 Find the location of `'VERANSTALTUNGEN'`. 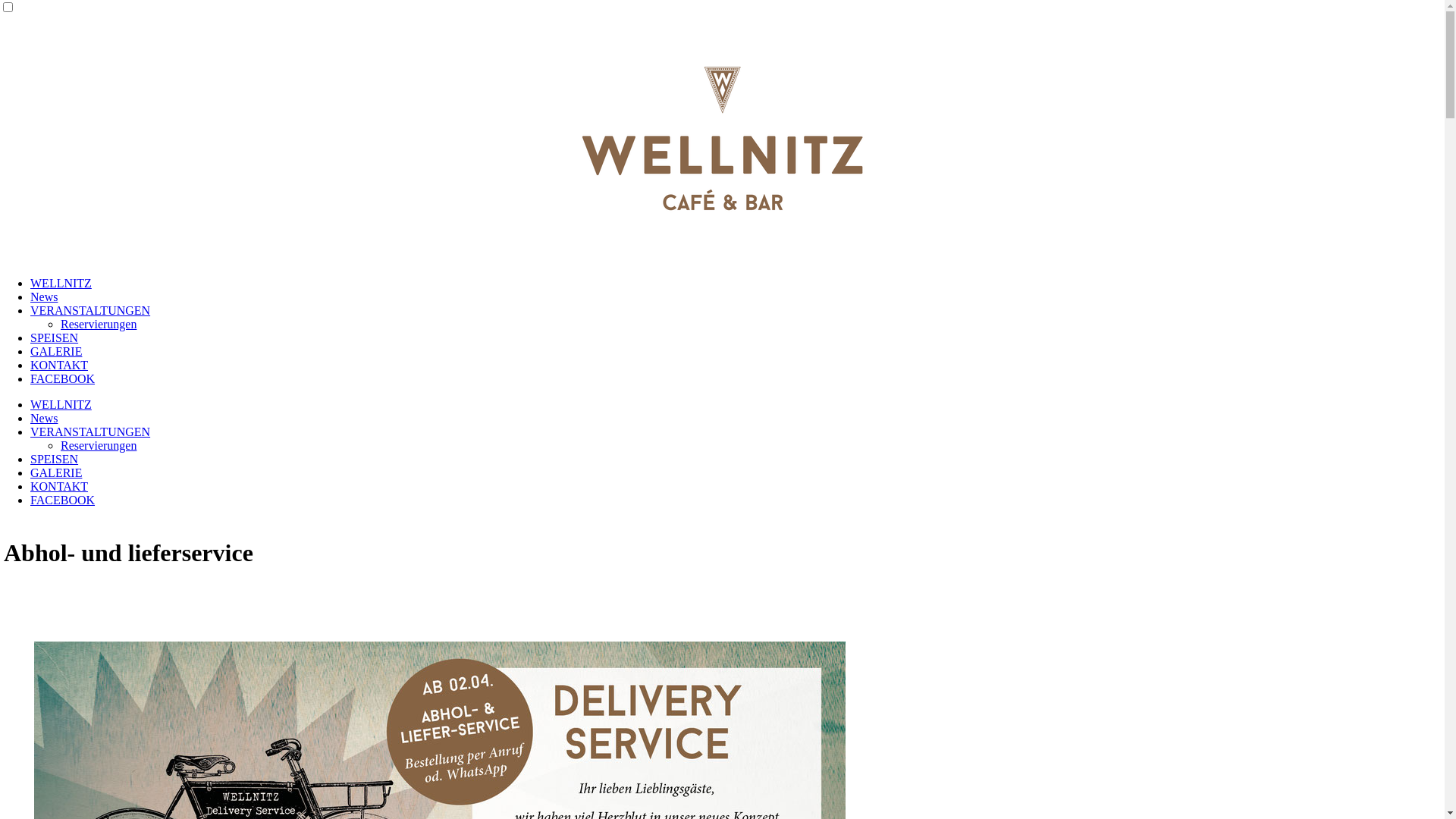

'VERANSTALTUNGEN' is located at coordinates (89, 309).